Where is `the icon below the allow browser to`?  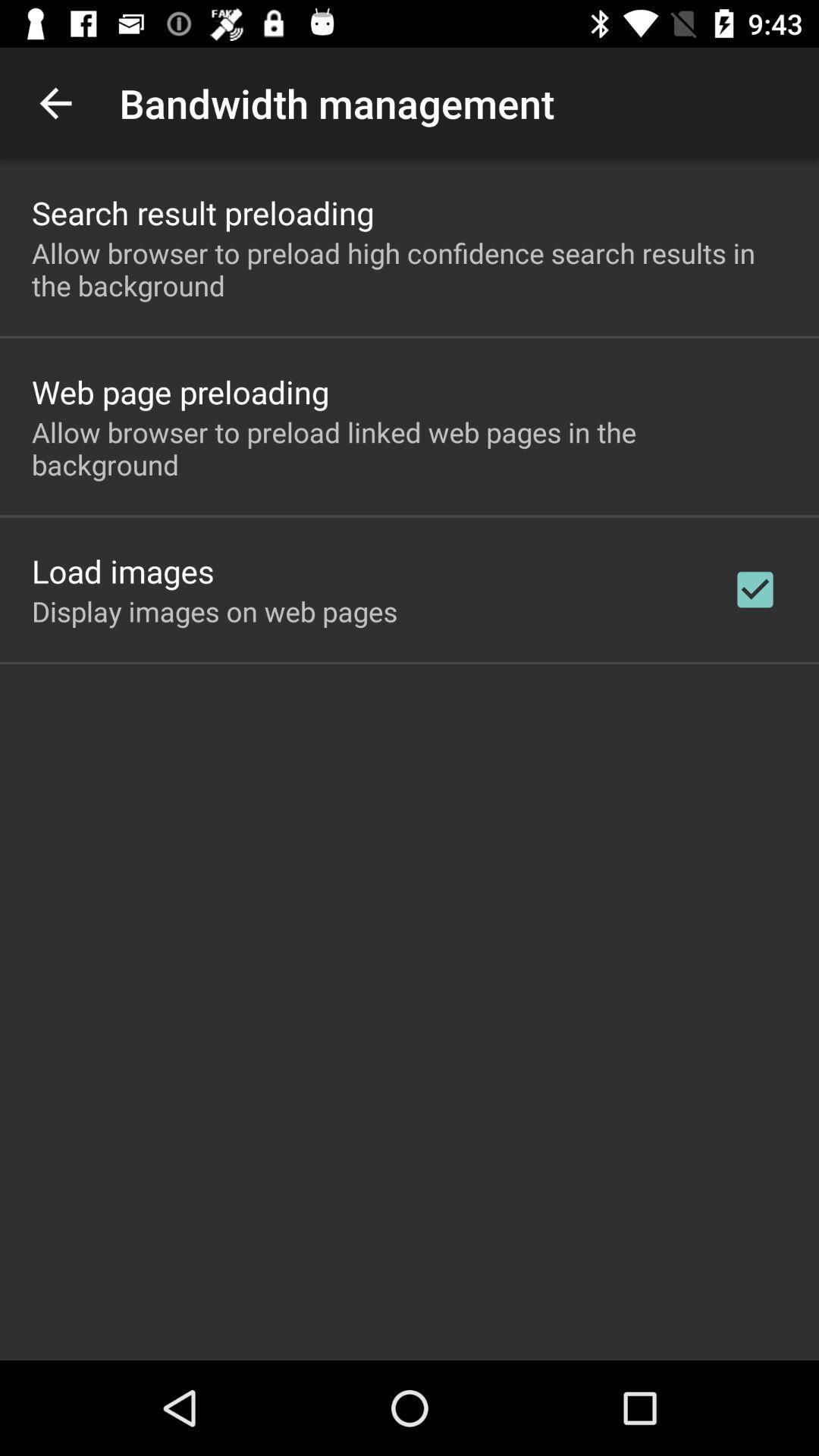
the icon below the allow browser to is located at coordinates (755, 588).